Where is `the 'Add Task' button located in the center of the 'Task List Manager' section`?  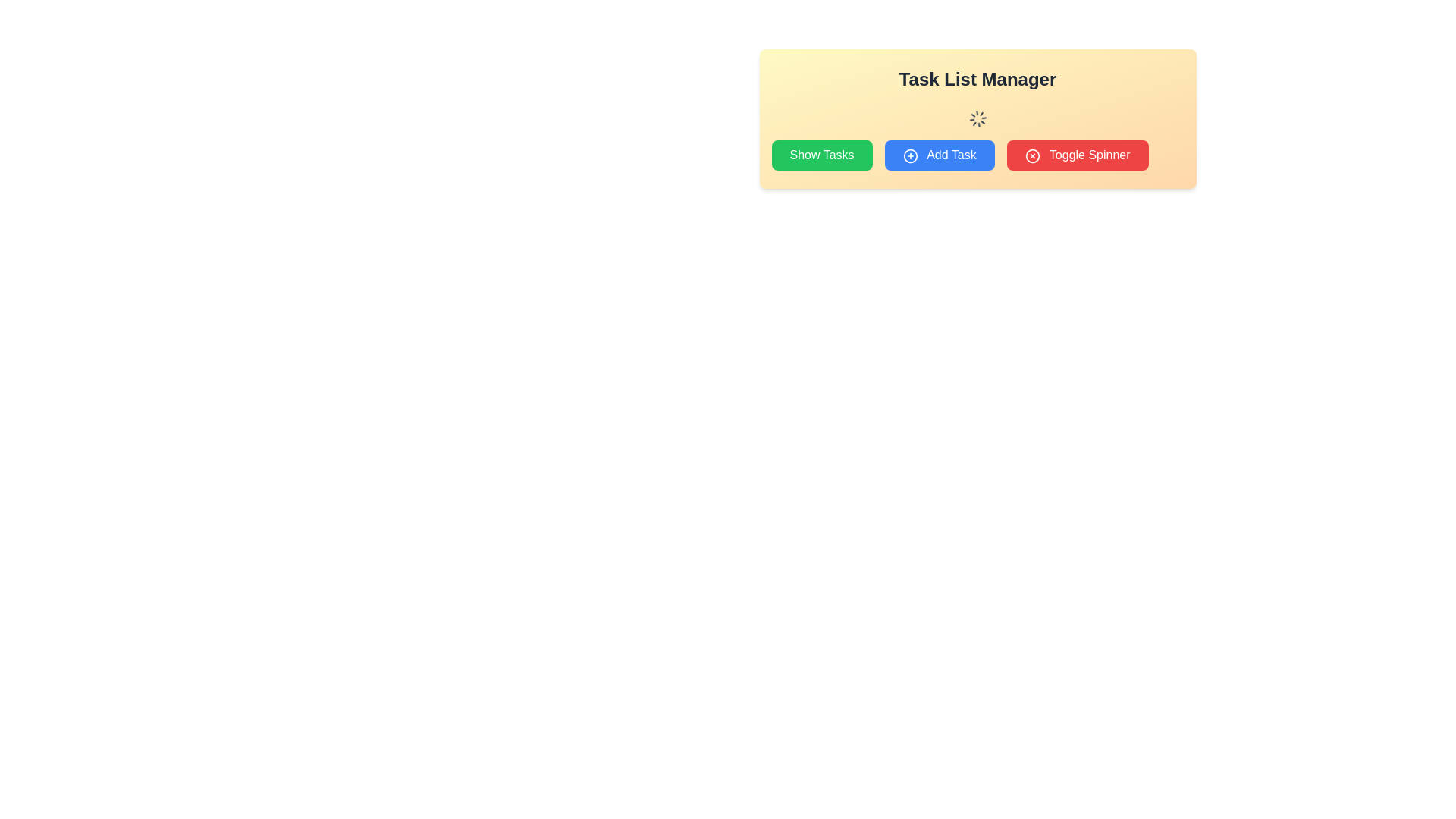 the 'Add Task' button located in the center of the 'Task List Manager' section is located at coordinates (977, 155).